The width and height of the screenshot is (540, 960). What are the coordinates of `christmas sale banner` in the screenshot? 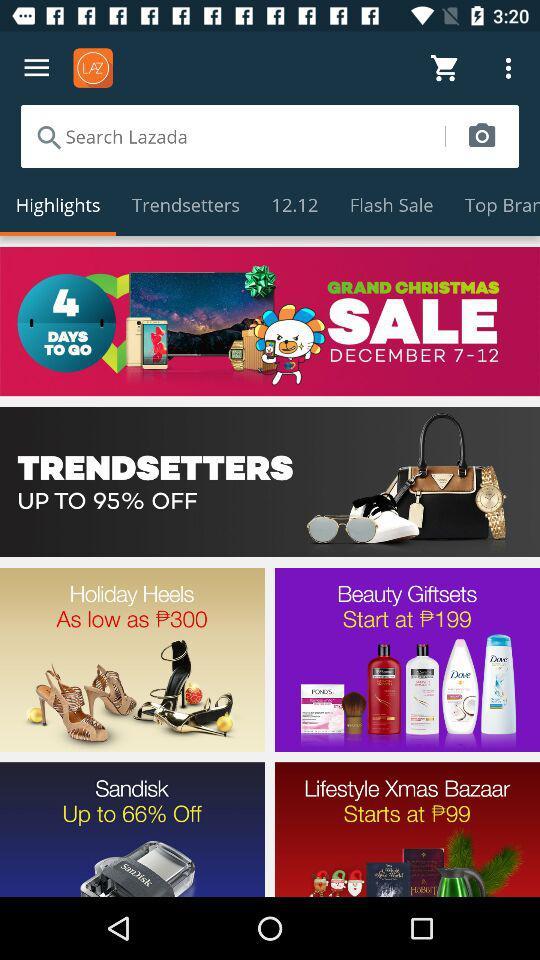 It's located at (270, 321).